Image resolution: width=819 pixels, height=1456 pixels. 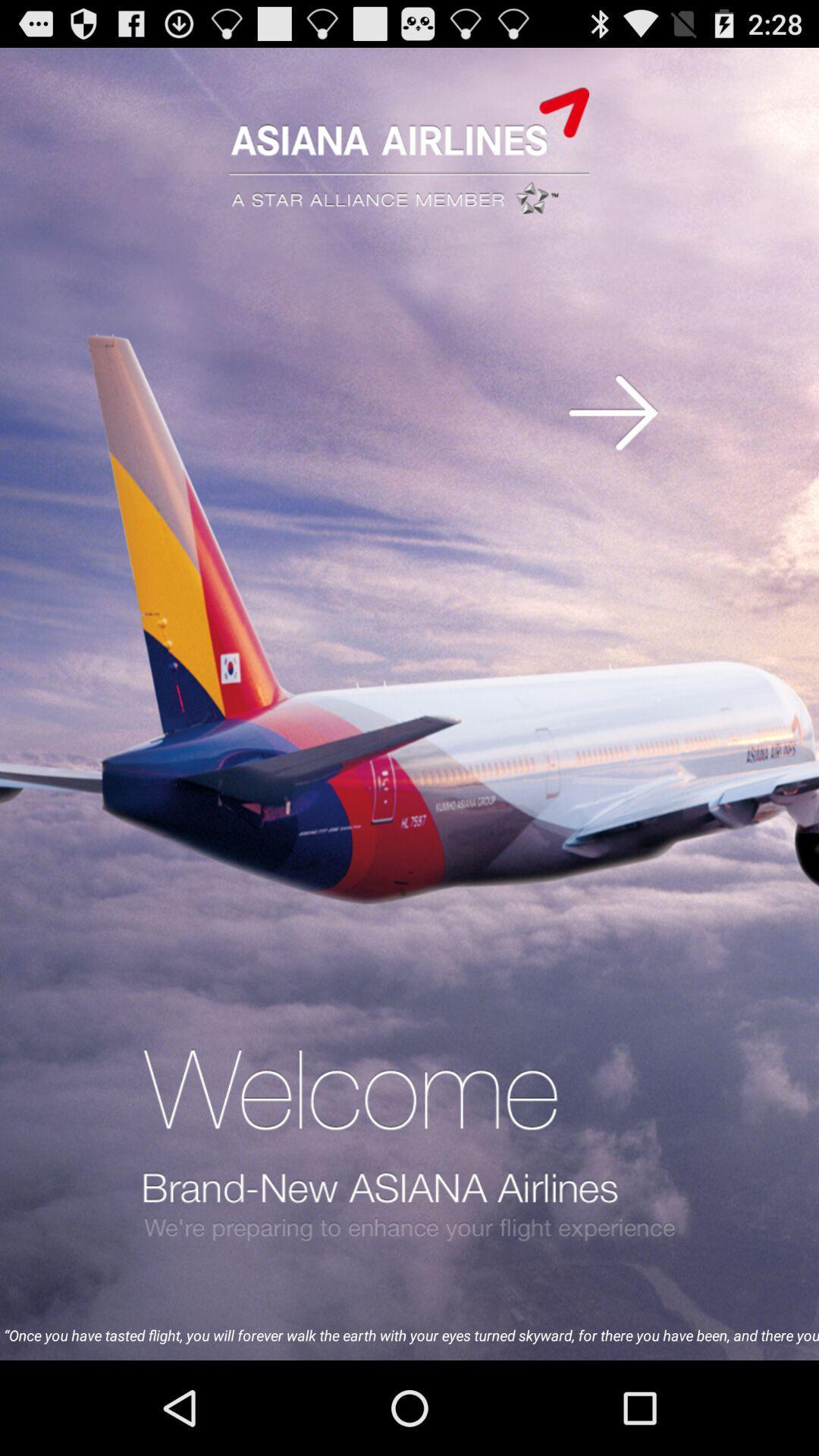 What do you see at coordinates (613, 440) in the screenshot?
I see `the arrow_forward icon` at bounding box center [613, 440].